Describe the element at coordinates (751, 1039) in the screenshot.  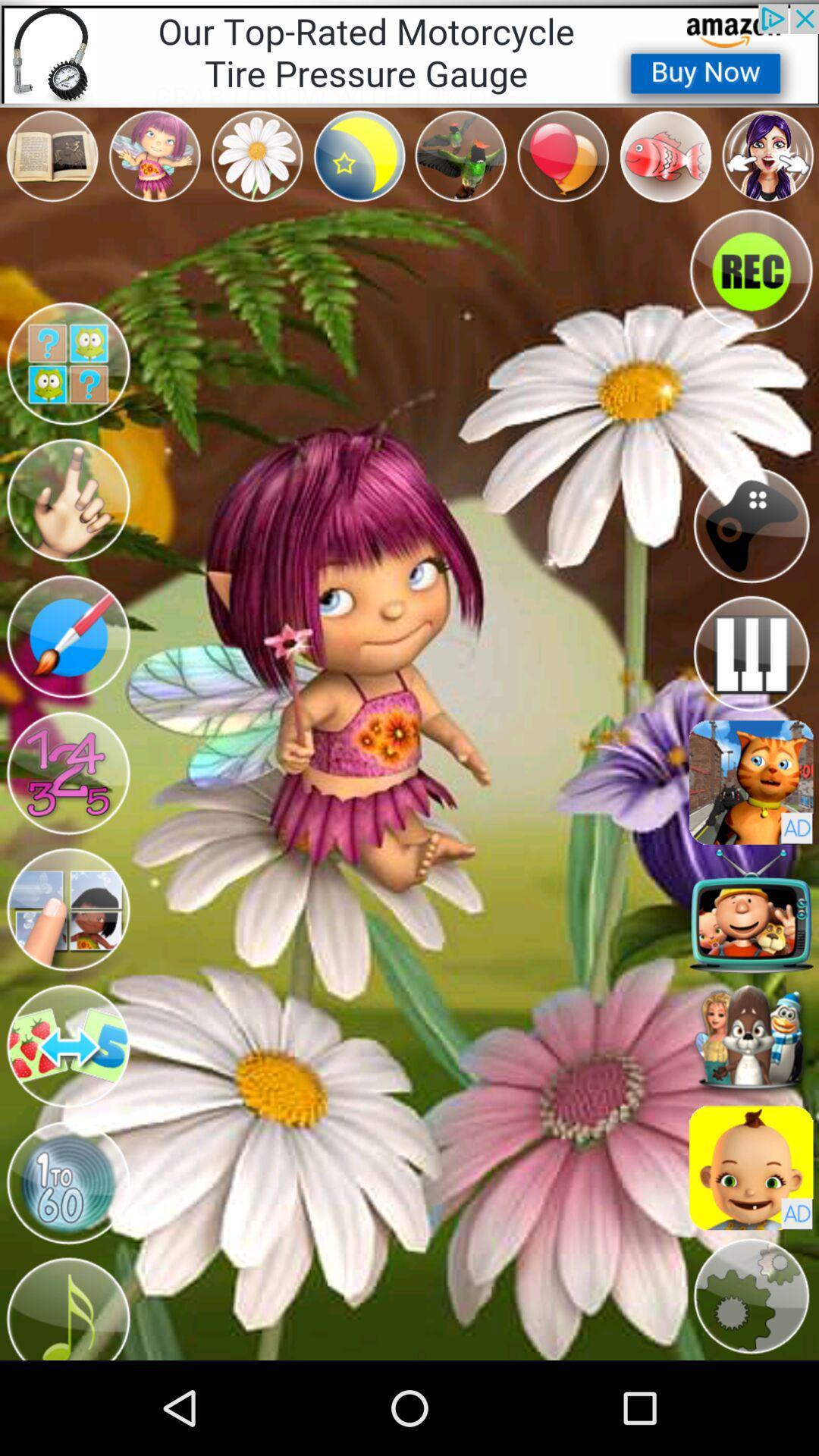
I see `icon selection` at that location.